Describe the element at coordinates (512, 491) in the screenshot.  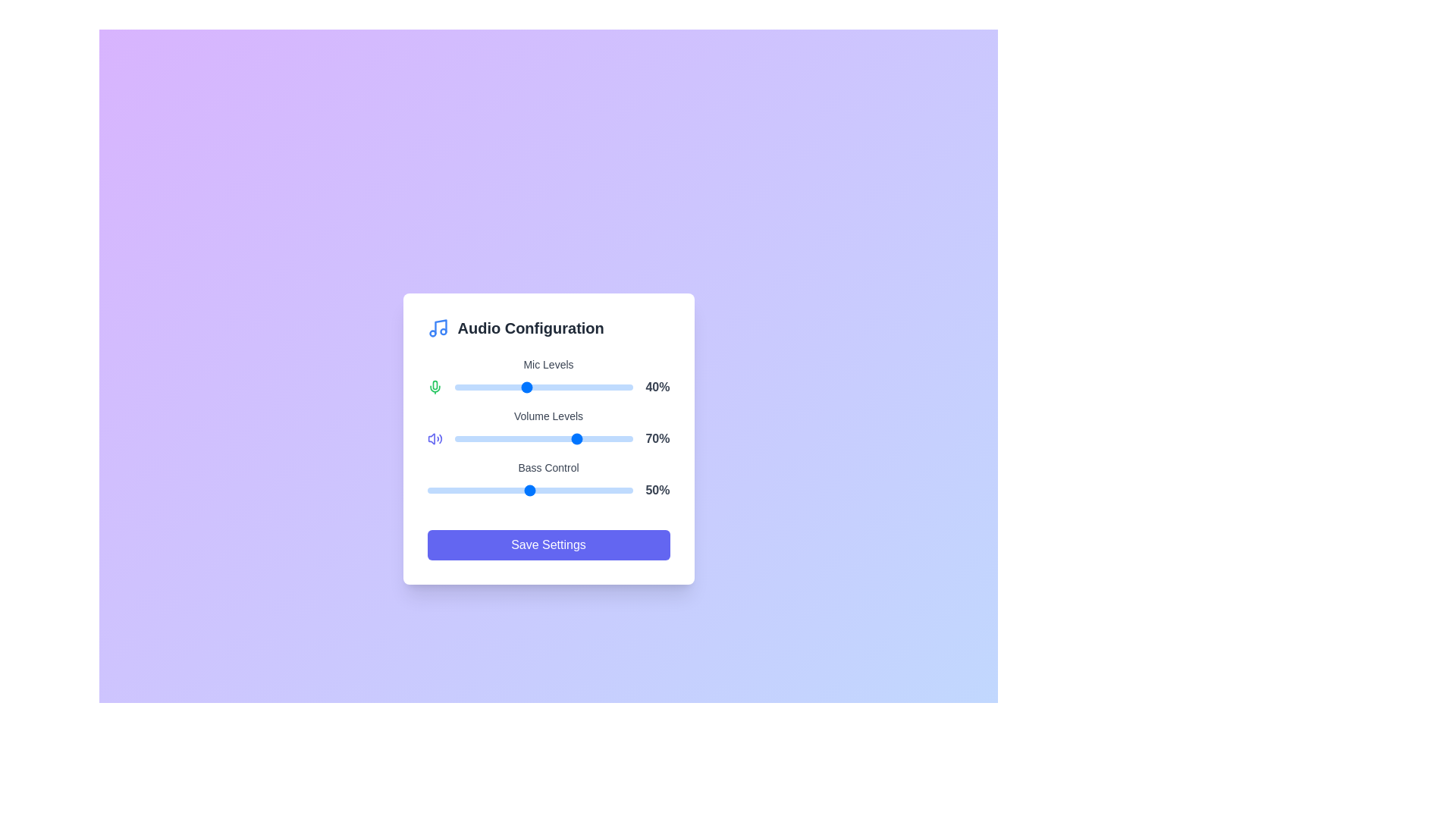
I see `the Bass Control slider to 41% by dragging the slider` at that location.